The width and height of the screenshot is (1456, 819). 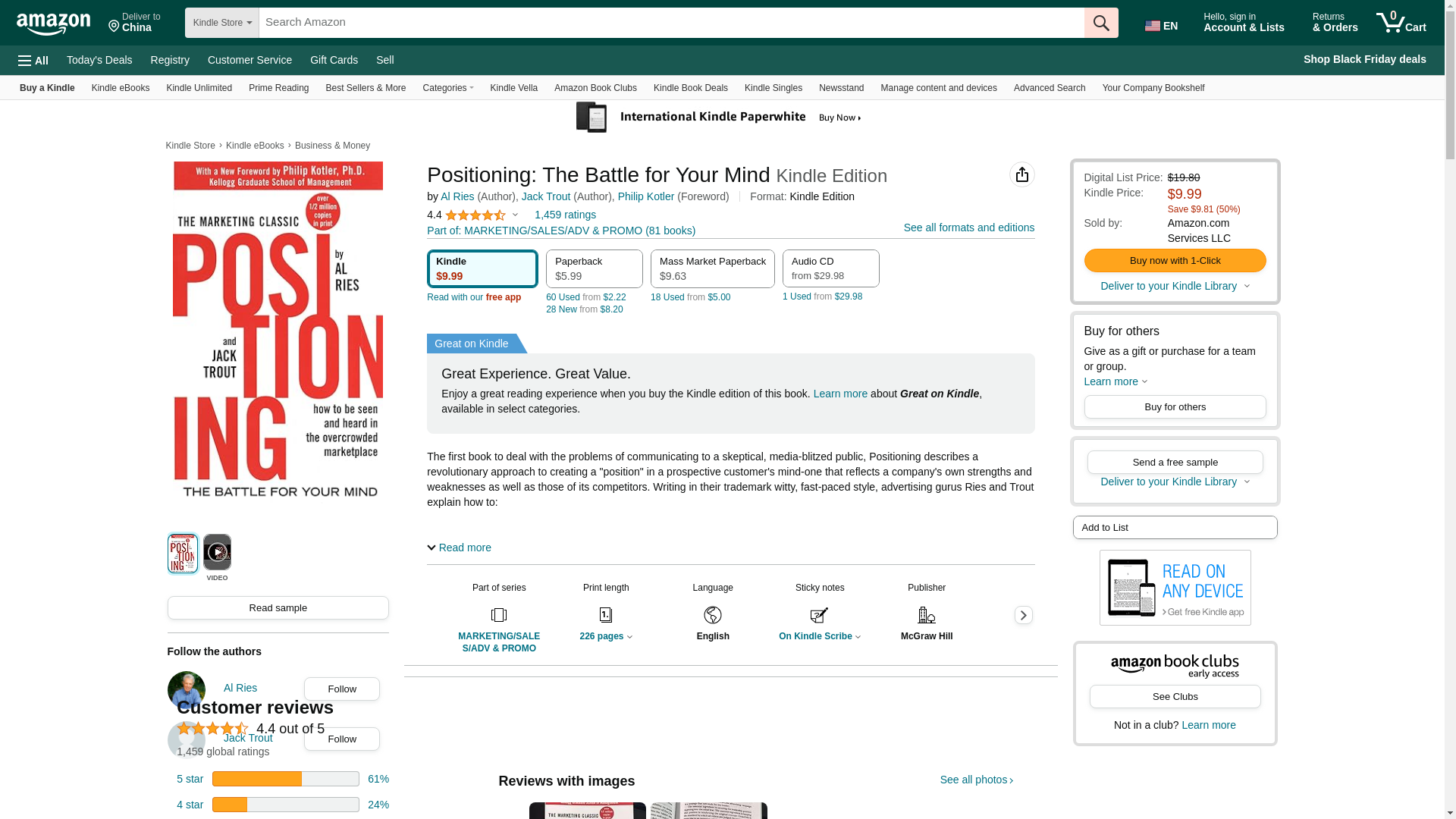 What do you see at coordinates (189, 803) in the screenshot?
I see `'4 star'` at bounding box center [189, 803].